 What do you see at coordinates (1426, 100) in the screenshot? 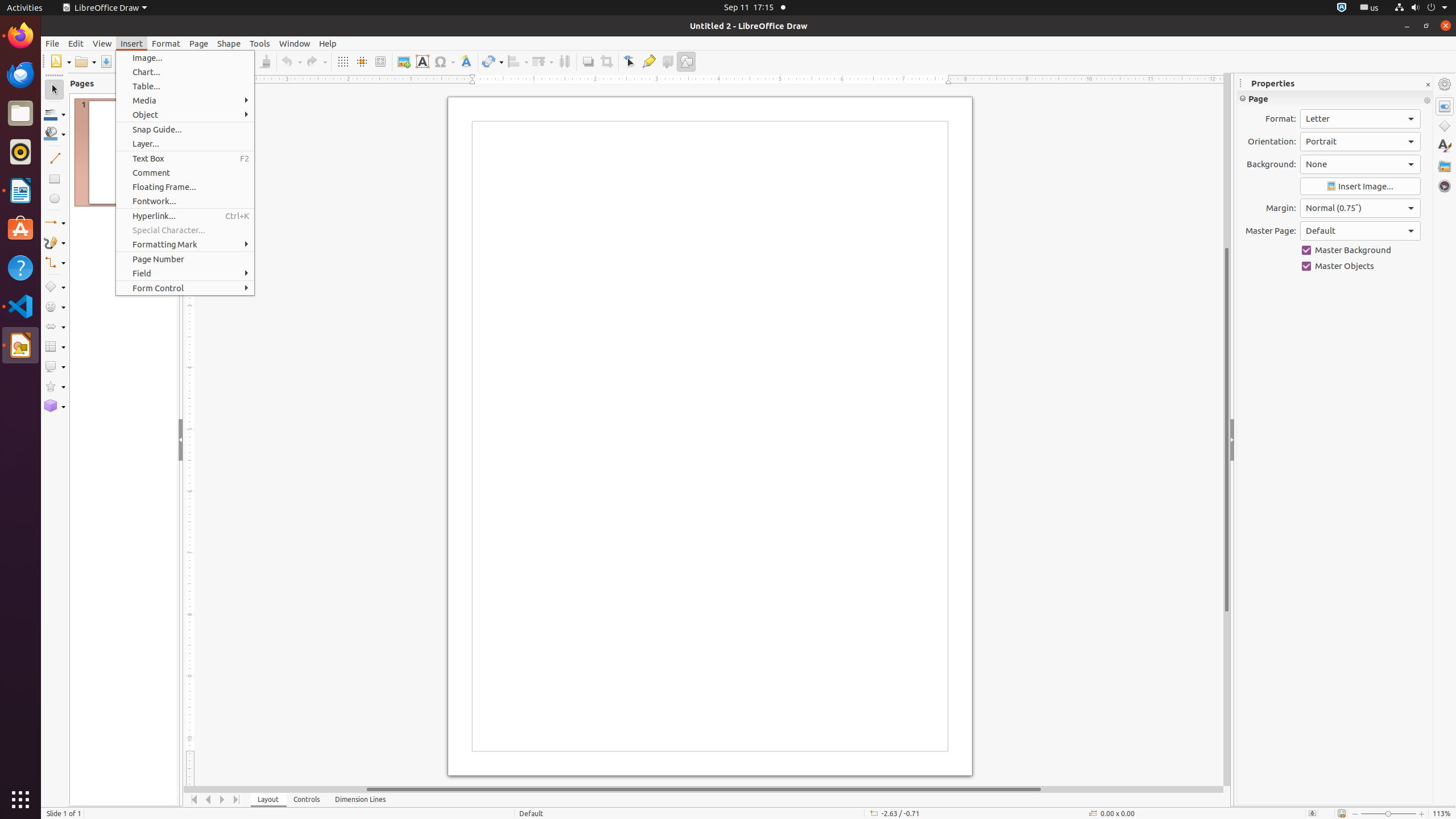
I see `'More Options'` at bounding box center [1426, 100].